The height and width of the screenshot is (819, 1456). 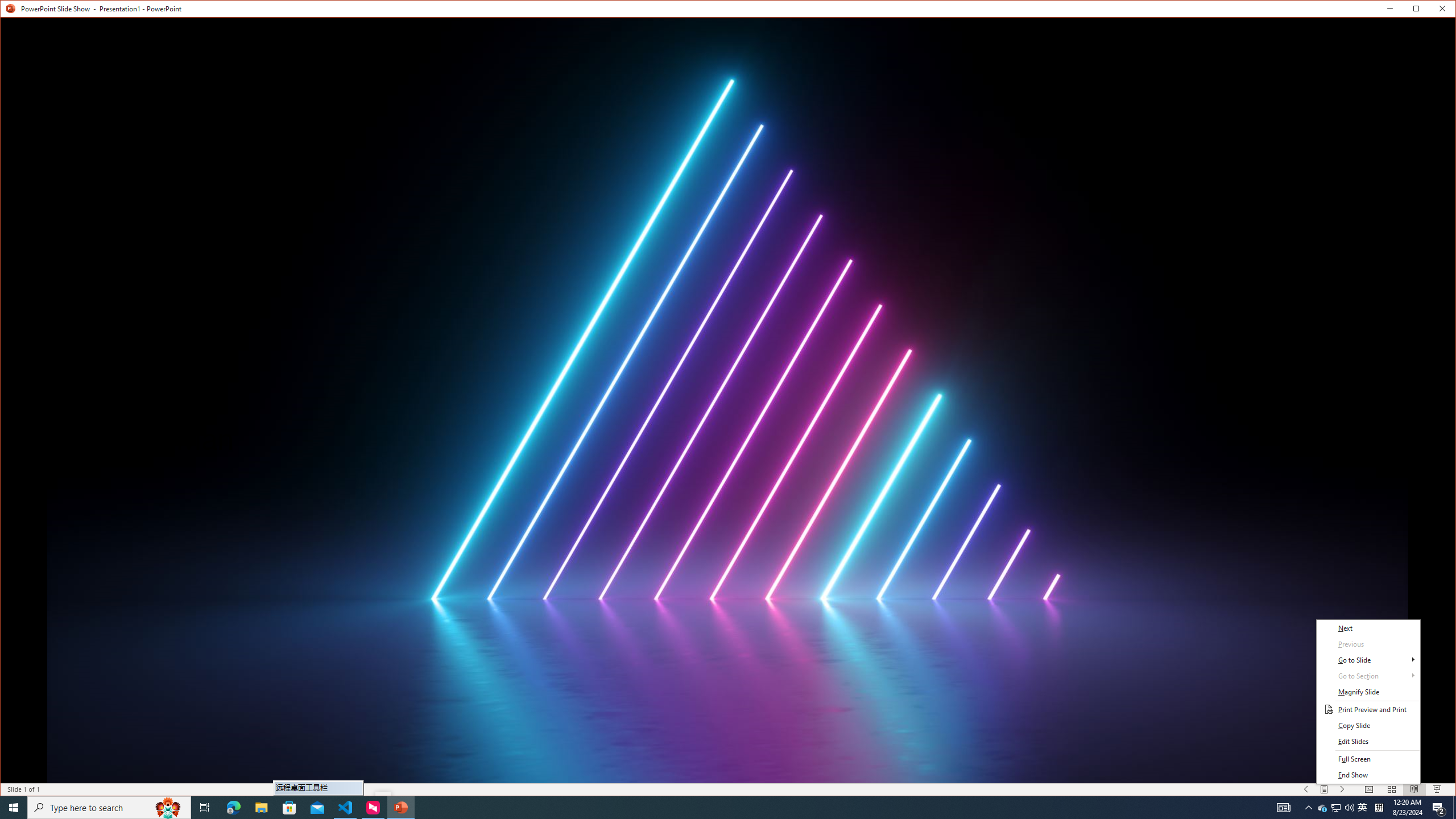 I want to click on 'Maximize', so click(x=1433, y=11).